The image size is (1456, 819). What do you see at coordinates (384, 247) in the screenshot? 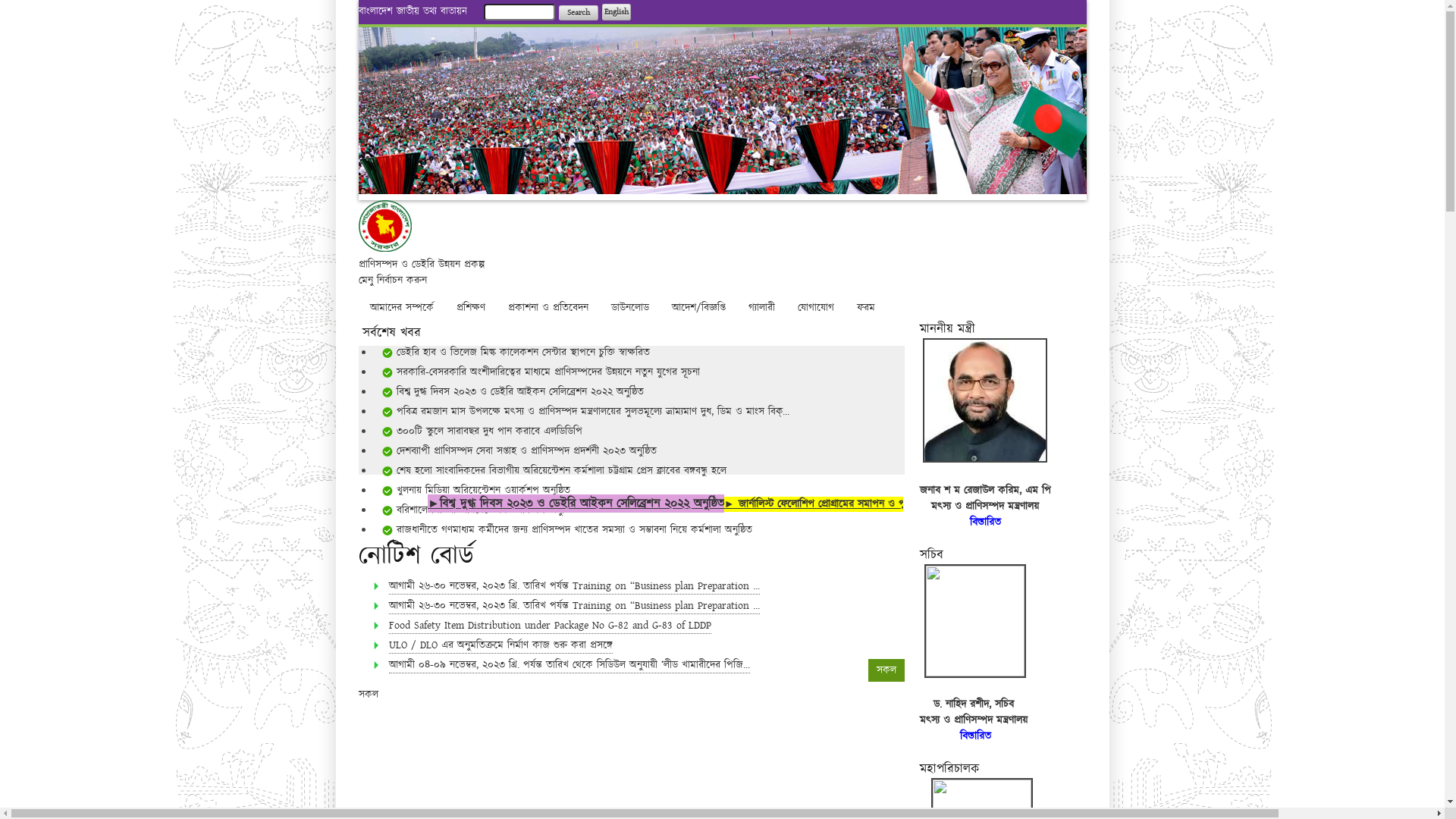
I see `'Home'` at bounding box center [384, 247].